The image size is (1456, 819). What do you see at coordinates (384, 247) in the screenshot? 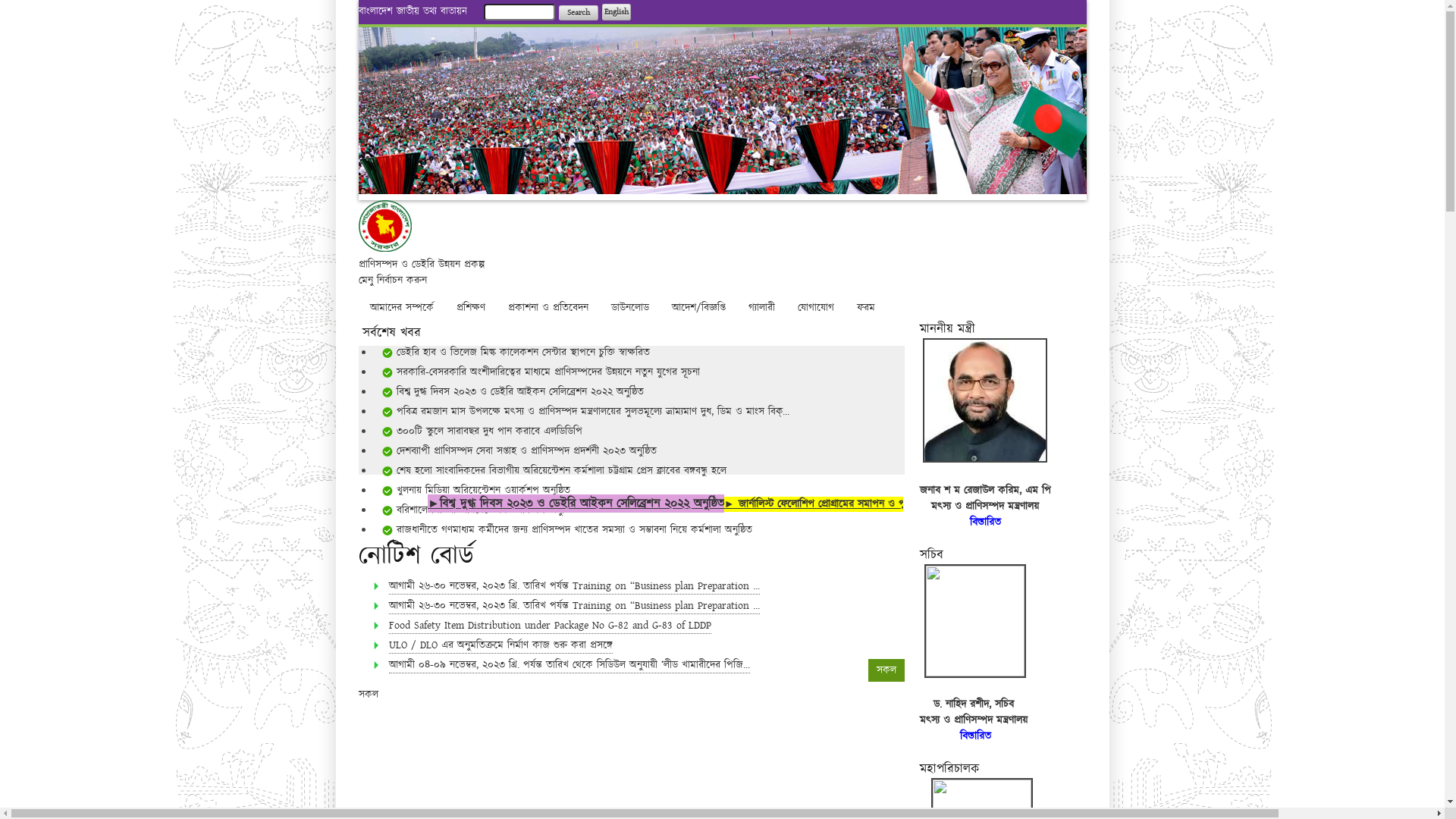
I see `'Home'` at bounding box center [384, 247].